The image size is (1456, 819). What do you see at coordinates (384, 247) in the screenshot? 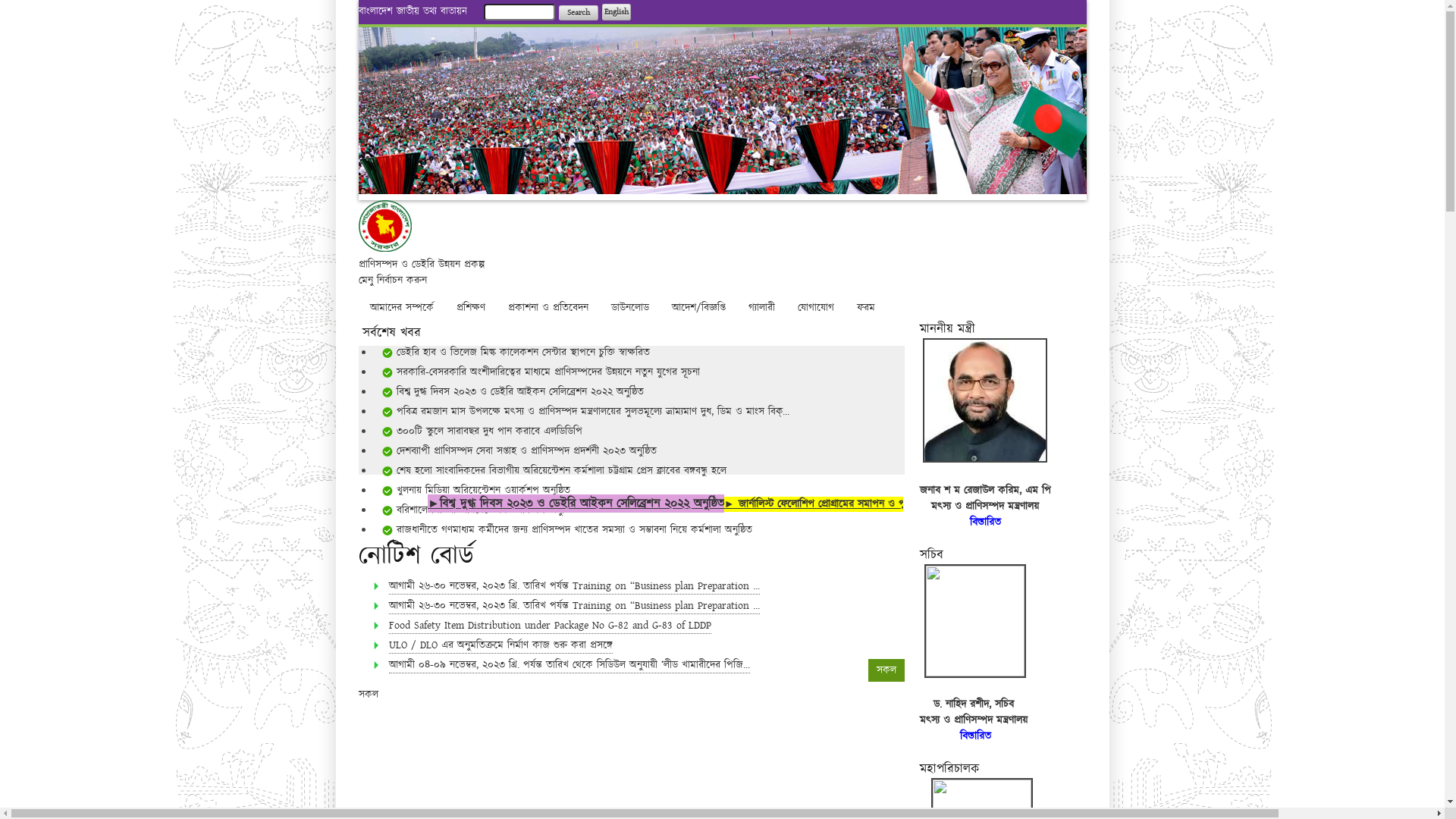
I see `'Home'` at bounding box center [384, 247].